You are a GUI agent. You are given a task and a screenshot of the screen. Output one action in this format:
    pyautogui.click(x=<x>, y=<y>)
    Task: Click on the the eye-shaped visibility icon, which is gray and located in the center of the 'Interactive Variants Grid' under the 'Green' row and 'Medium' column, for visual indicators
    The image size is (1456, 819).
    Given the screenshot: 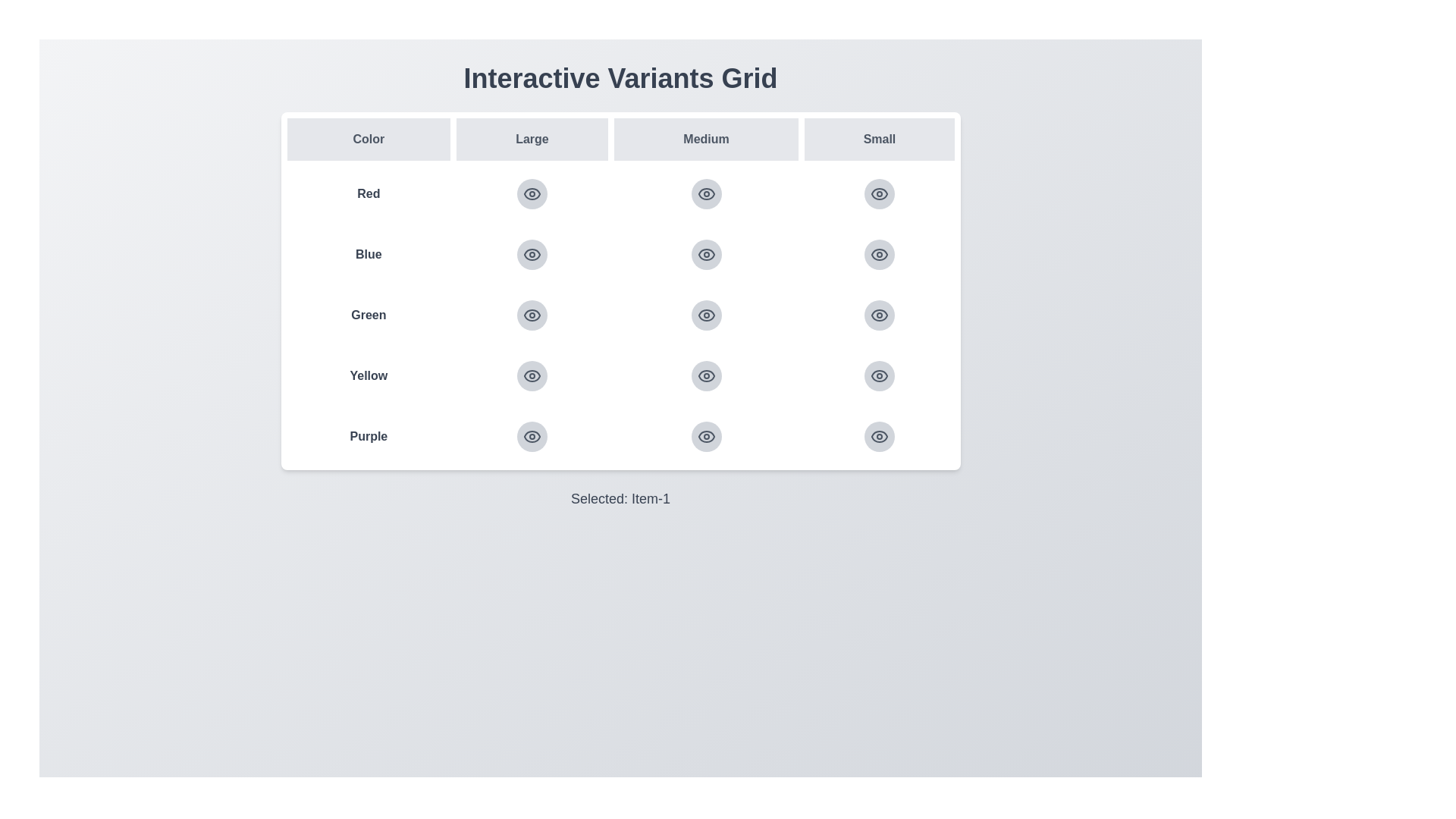 What is the action you would take?
    pyautogui.click(x=705, y=315)
    